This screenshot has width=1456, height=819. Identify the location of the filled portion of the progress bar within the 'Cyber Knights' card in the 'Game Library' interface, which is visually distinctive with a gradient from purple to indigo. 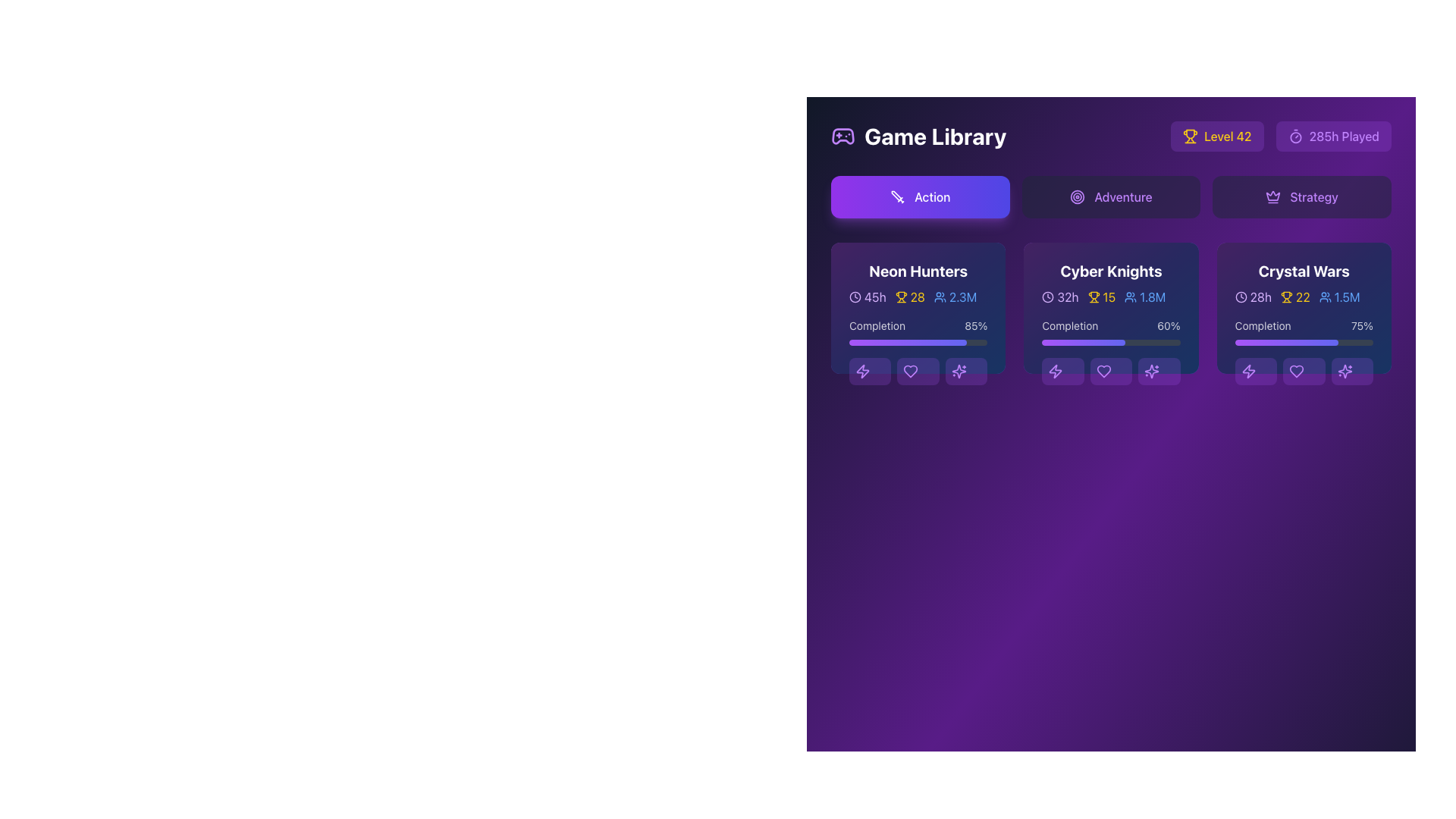
(1083, 342).